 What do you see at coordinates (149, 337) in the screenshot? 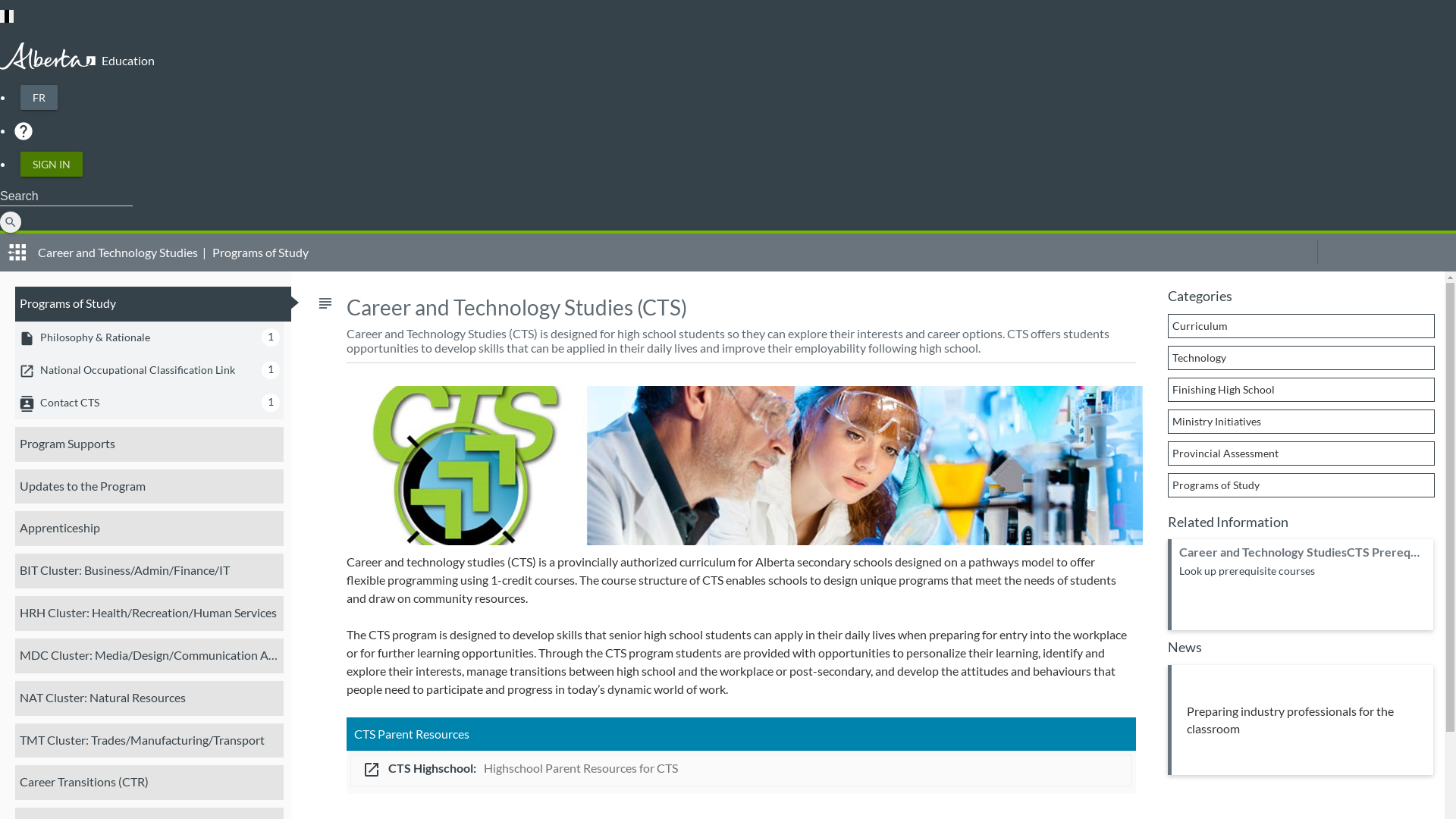
I see `'insert_drive_file Philosophy & Rationale` at bounding box center [149, 337].